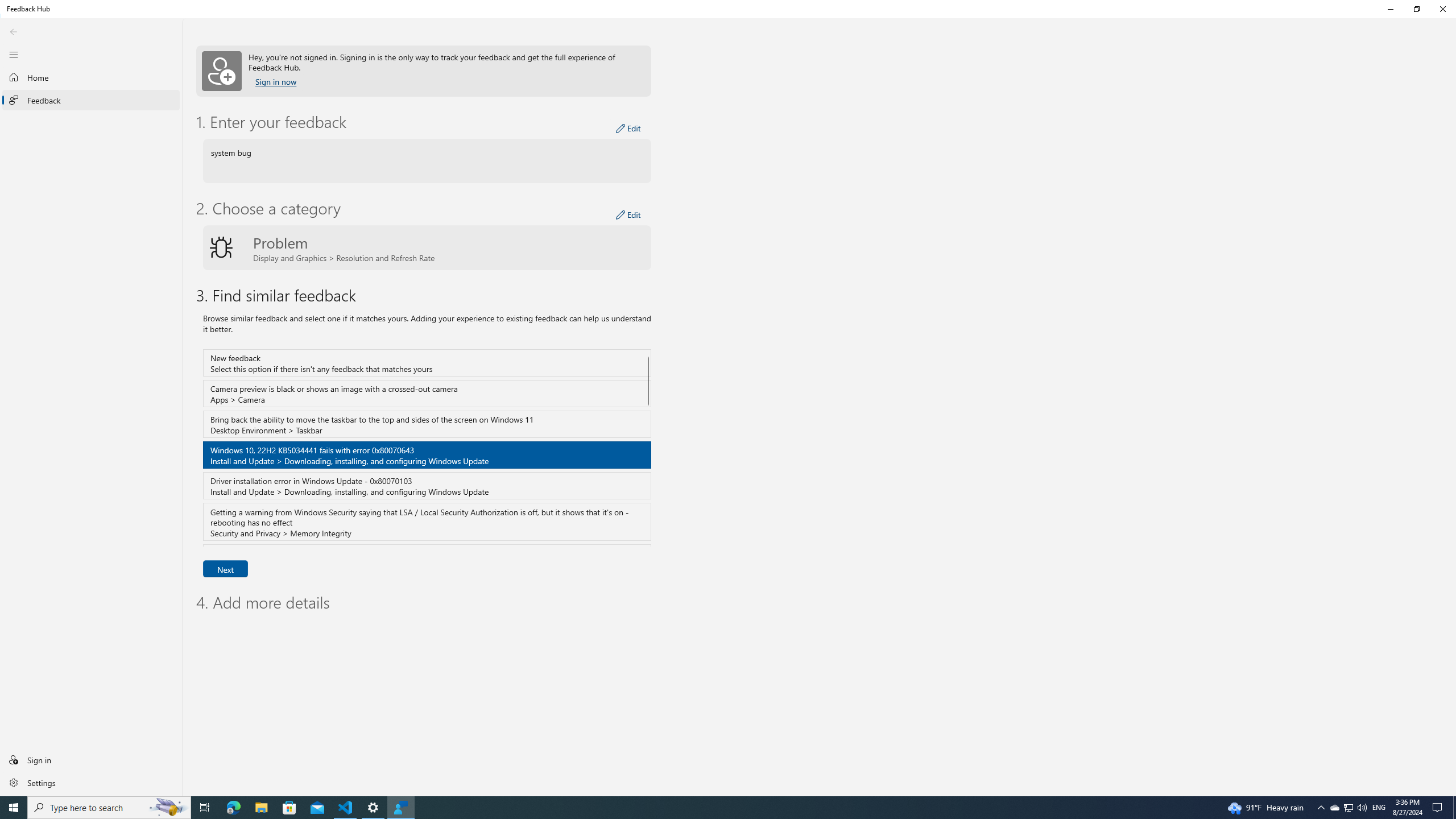 The width and height of the screenshot is (1456, 819). What do you see at coordinates (225, 568) in the screenshot?
I see `'Next'` at bounding box center [225, 568].